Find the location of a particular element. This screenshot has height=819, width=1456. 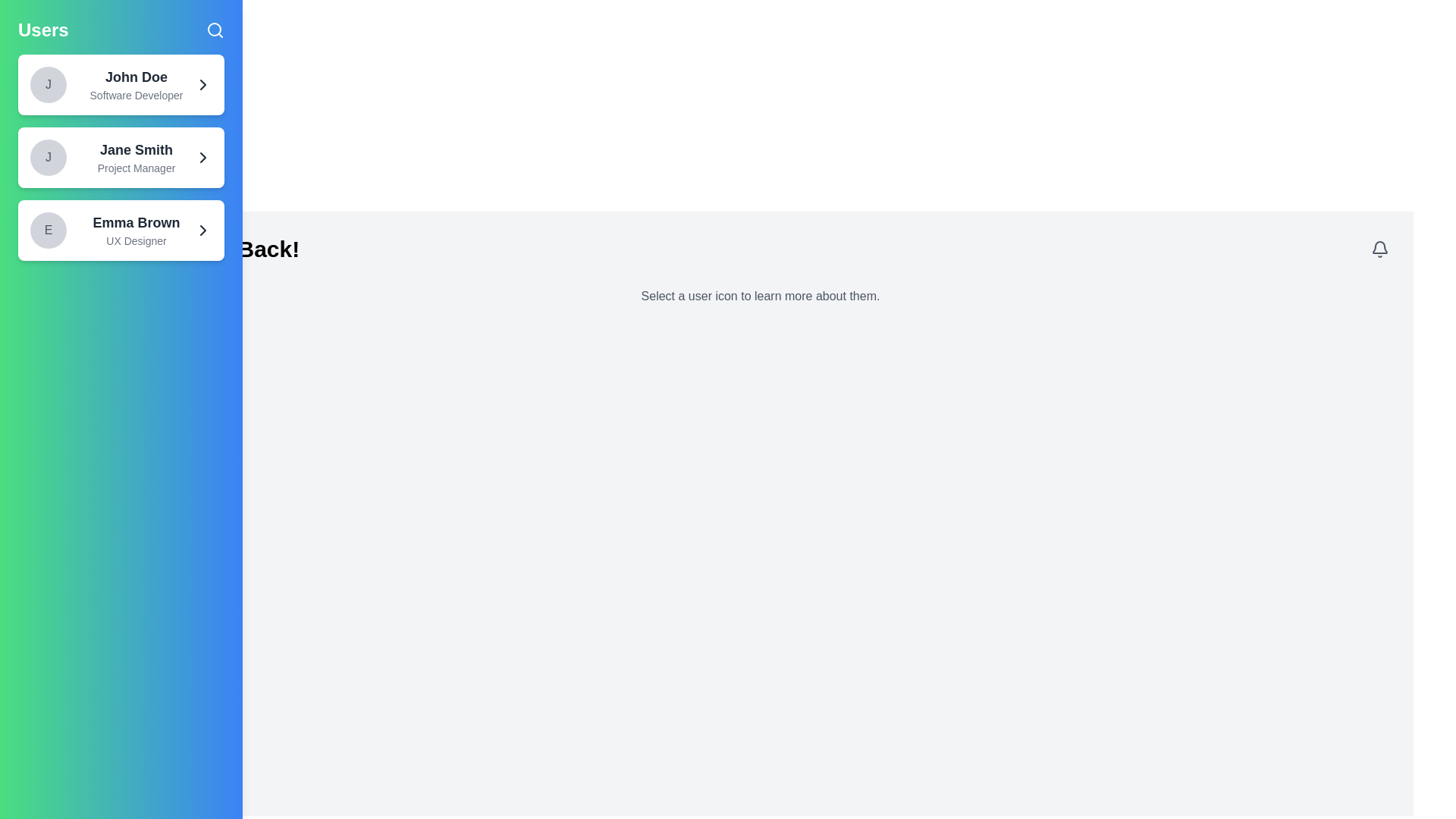

the user profile Jane Smith from the list is located at coordinates (120, 158).